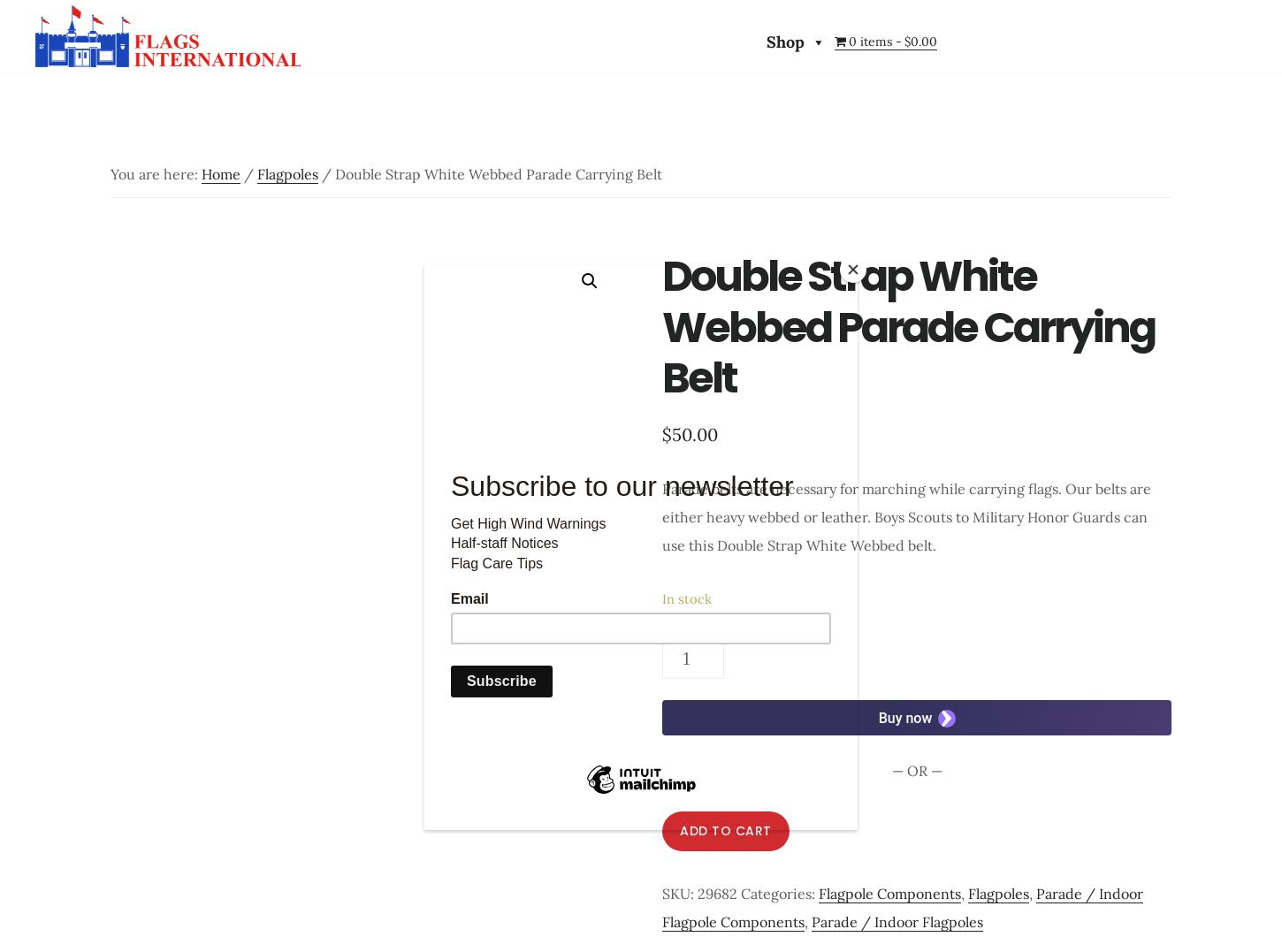 This screenshot has height=952, width=1282. I want to click on 'Figurines', so click(898, 458).